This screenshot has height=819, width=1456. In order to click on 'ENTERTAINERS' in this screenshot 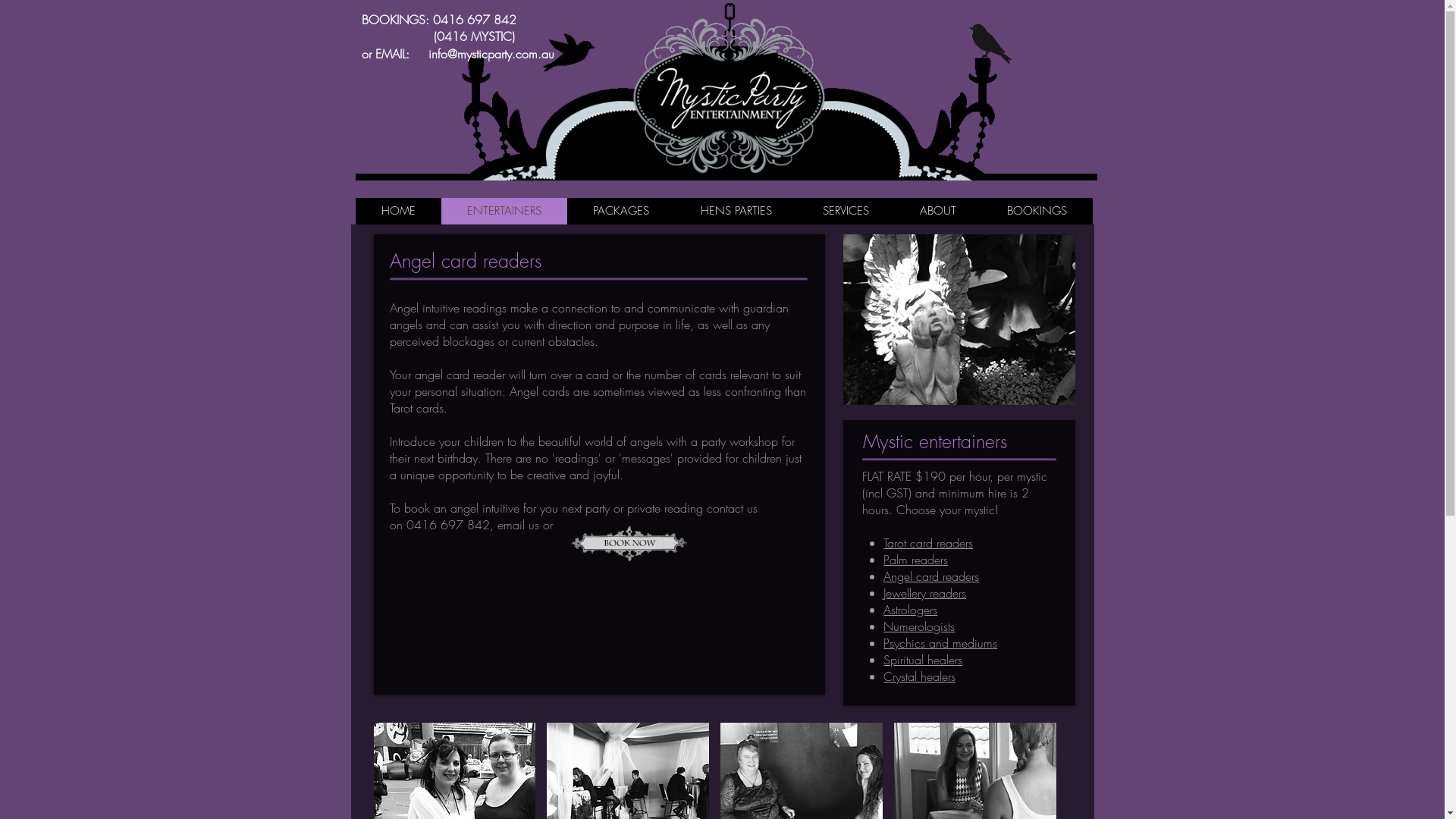, I will do `click(504, 211)`.